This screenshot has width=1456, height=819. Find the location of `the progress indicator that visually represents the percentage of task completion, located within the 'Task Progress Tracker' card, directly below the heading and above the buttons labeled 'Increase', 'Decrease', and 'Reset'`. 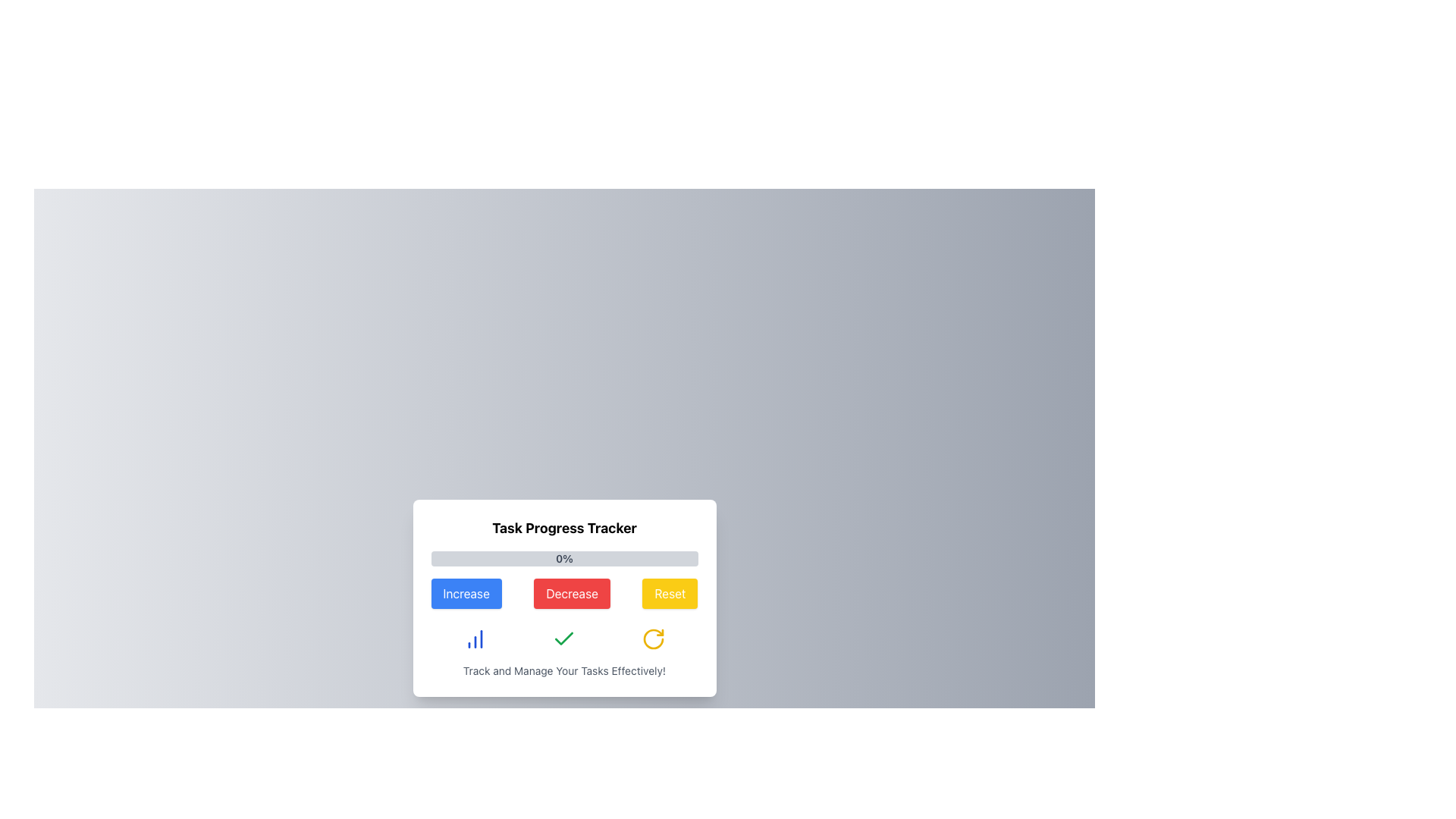

the progress indicator that visually represents the percentage of task completion, located within the 'Task Progress Tracker' card, directly below the heading and above the buttons labeled 'Increase', 'Decrease', and 'Reset' is located at coordinates (563, 558).